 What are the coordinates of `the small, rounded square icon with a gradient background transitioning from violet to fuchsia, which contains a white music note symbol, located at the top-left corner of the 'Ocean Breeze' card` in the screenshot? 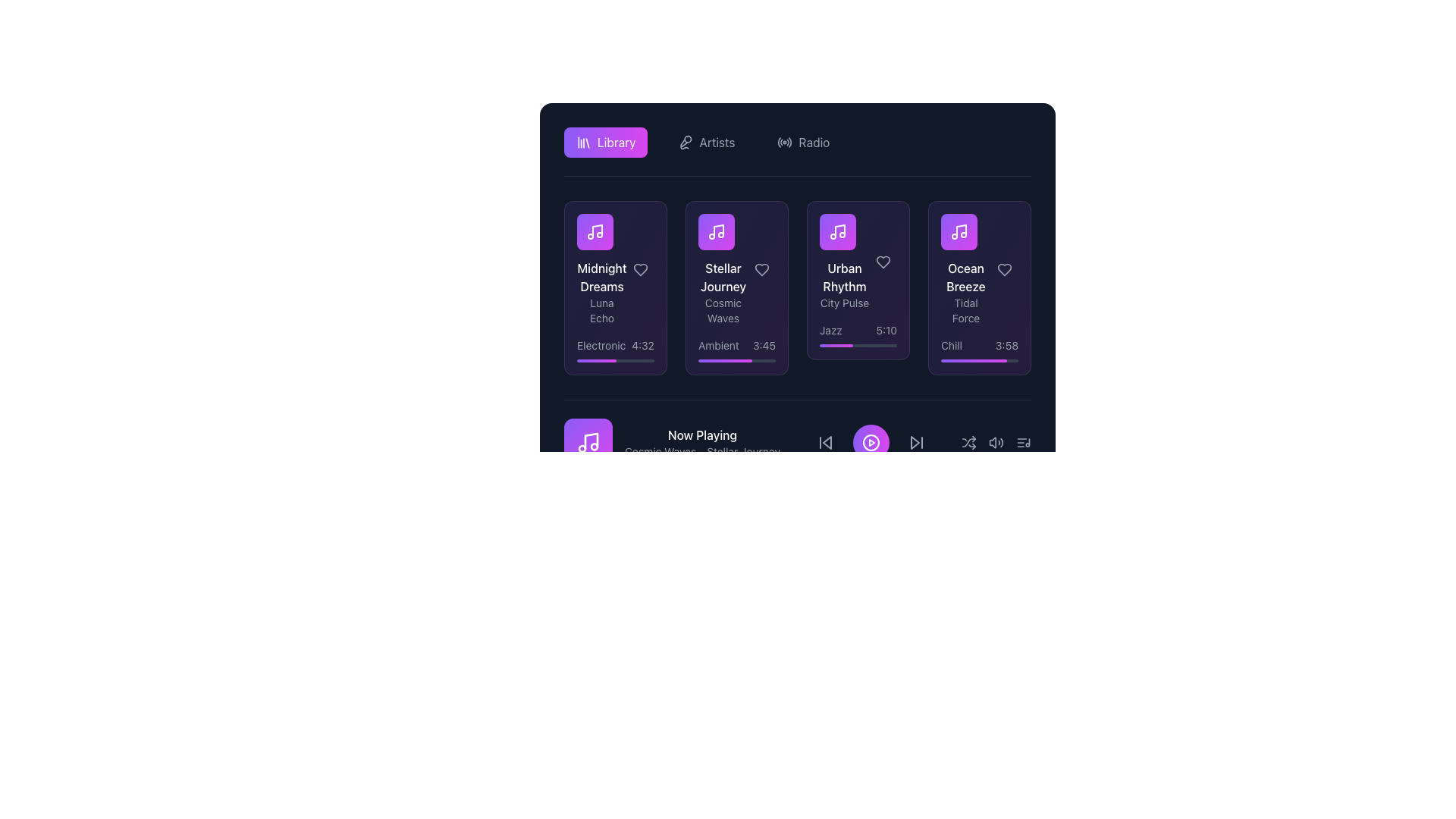 It's located at (959, 231).